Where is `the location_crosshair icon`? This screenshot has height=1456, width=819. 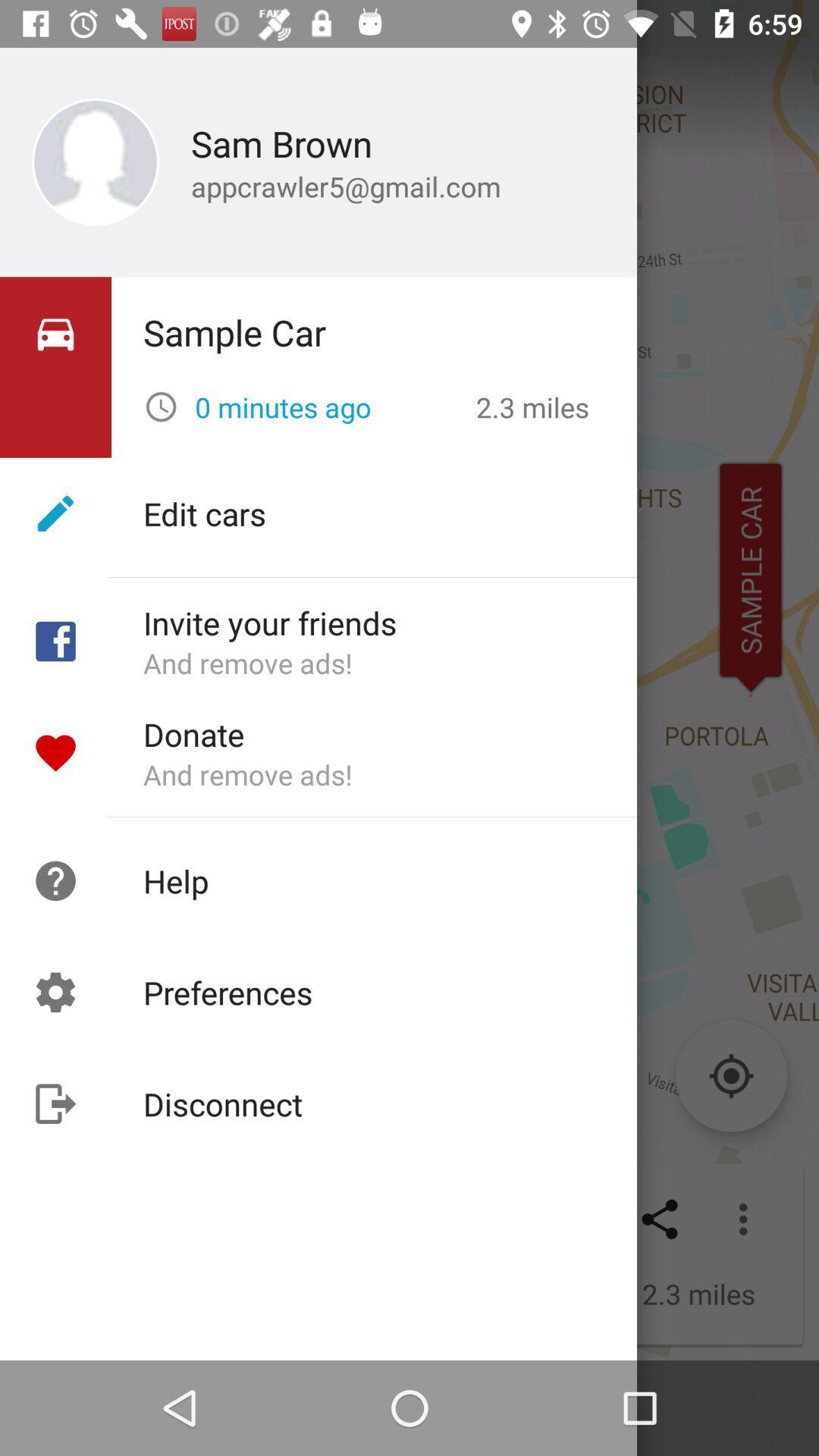
the location_crosshair icon is located at coordinates (730, 1075).